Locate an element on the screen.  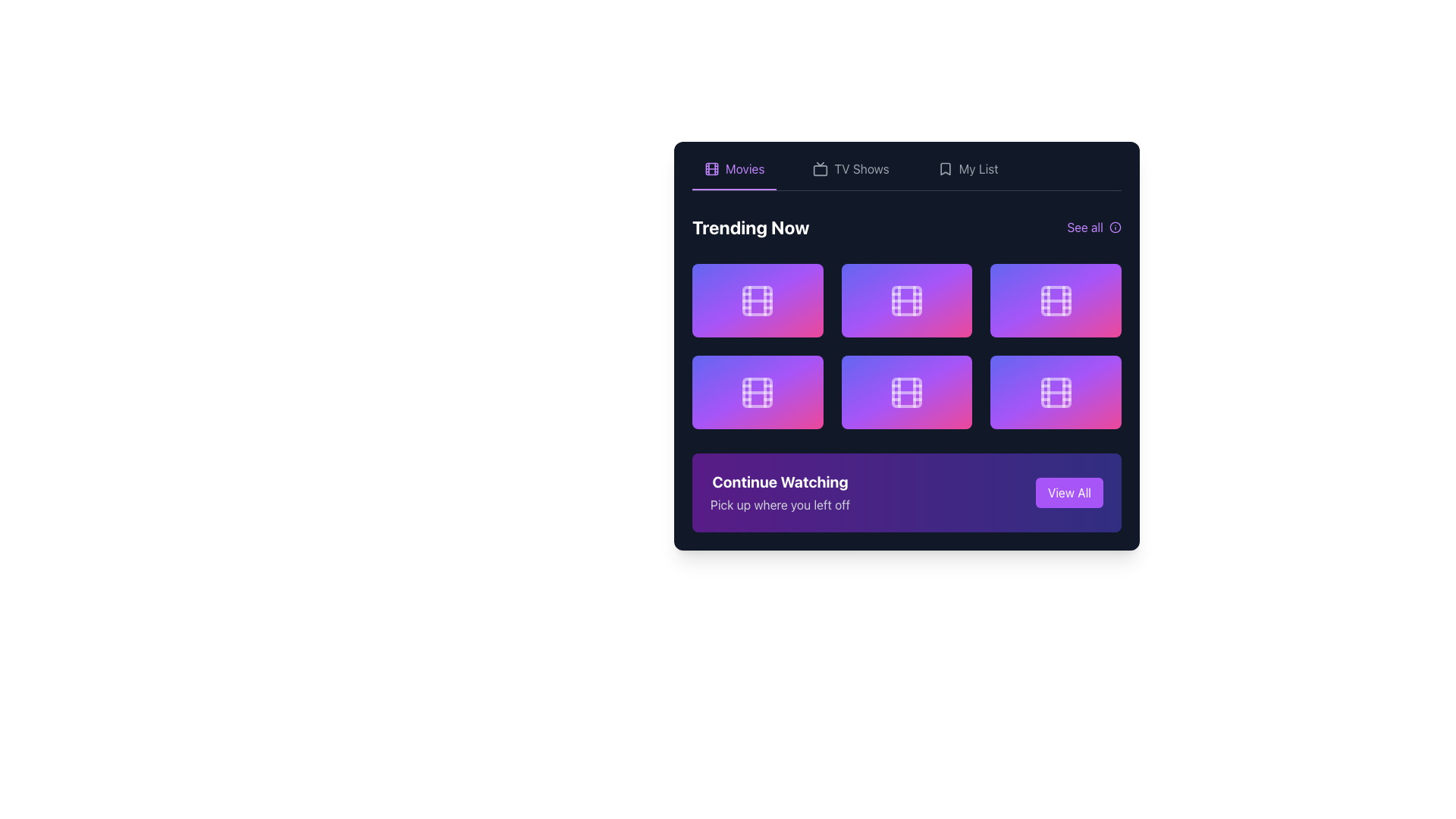
the film-strip-like icon in the 'Trending Now' section is located at coordinates (906, 391).